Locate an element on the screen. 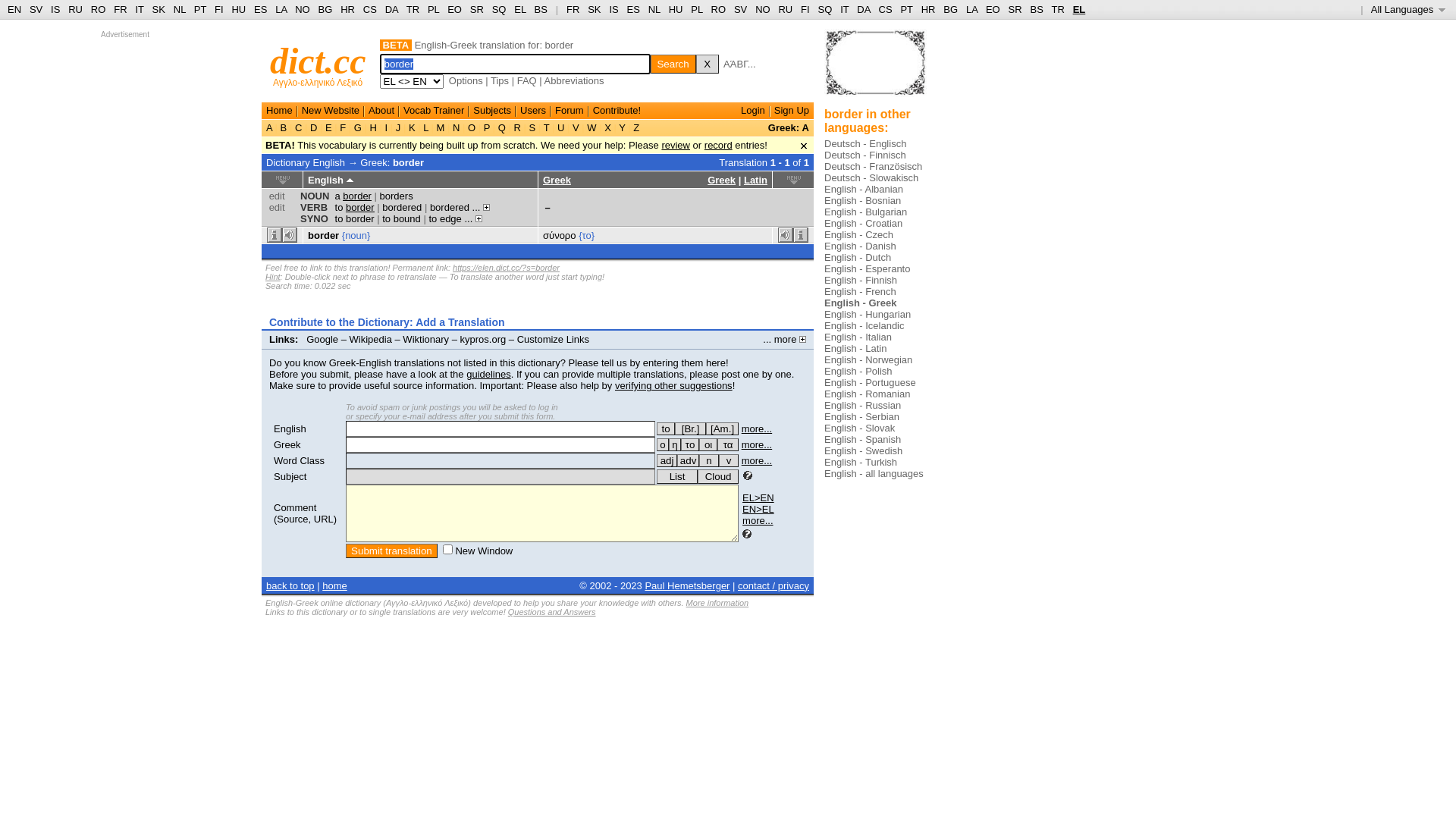 The image size is (1456, 819). 'X' is located at coordinates (706, 63).